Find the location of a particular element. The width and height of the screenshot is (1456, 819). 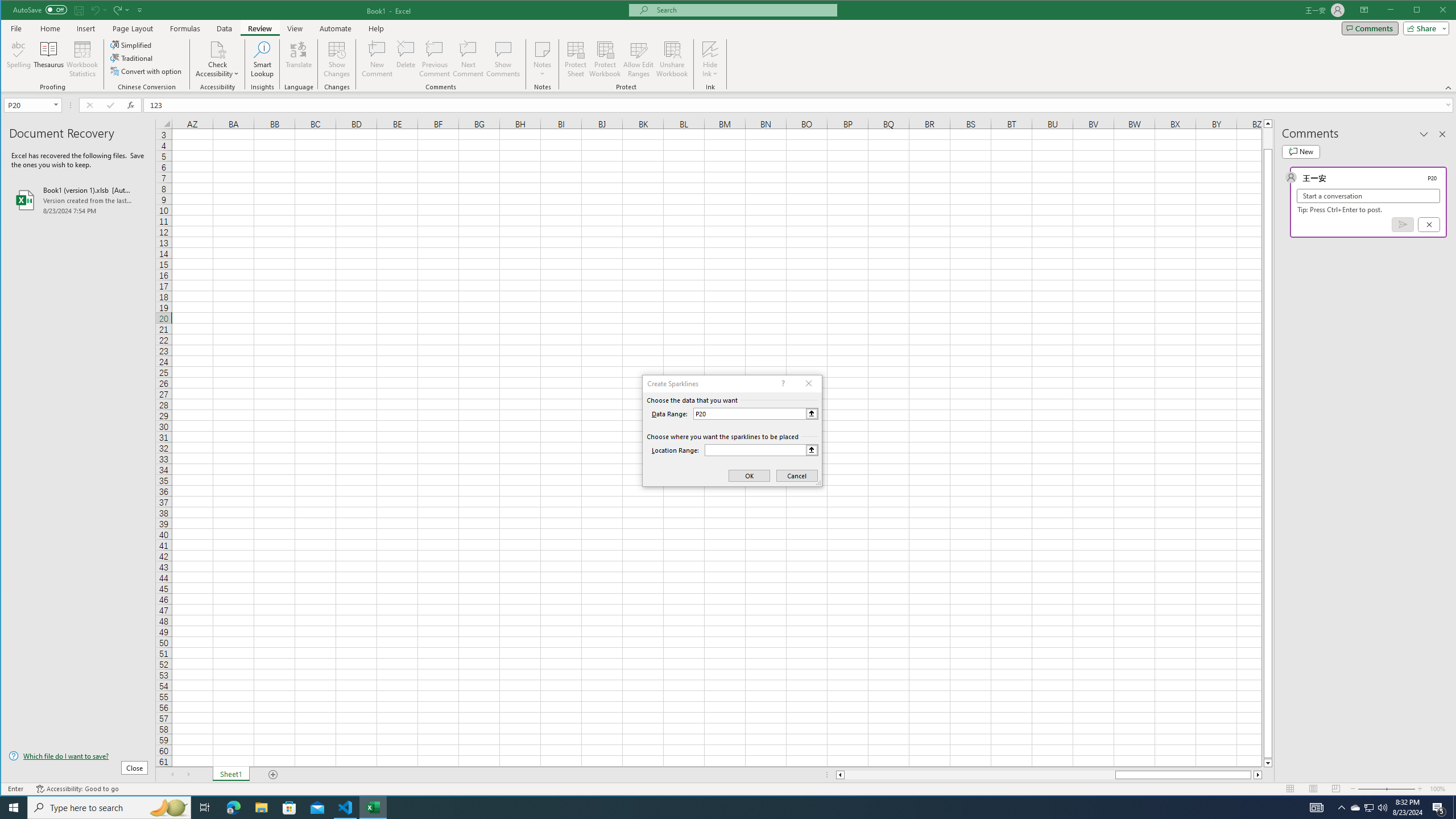

'Hide Ink' is located at coordinates (710, 48).